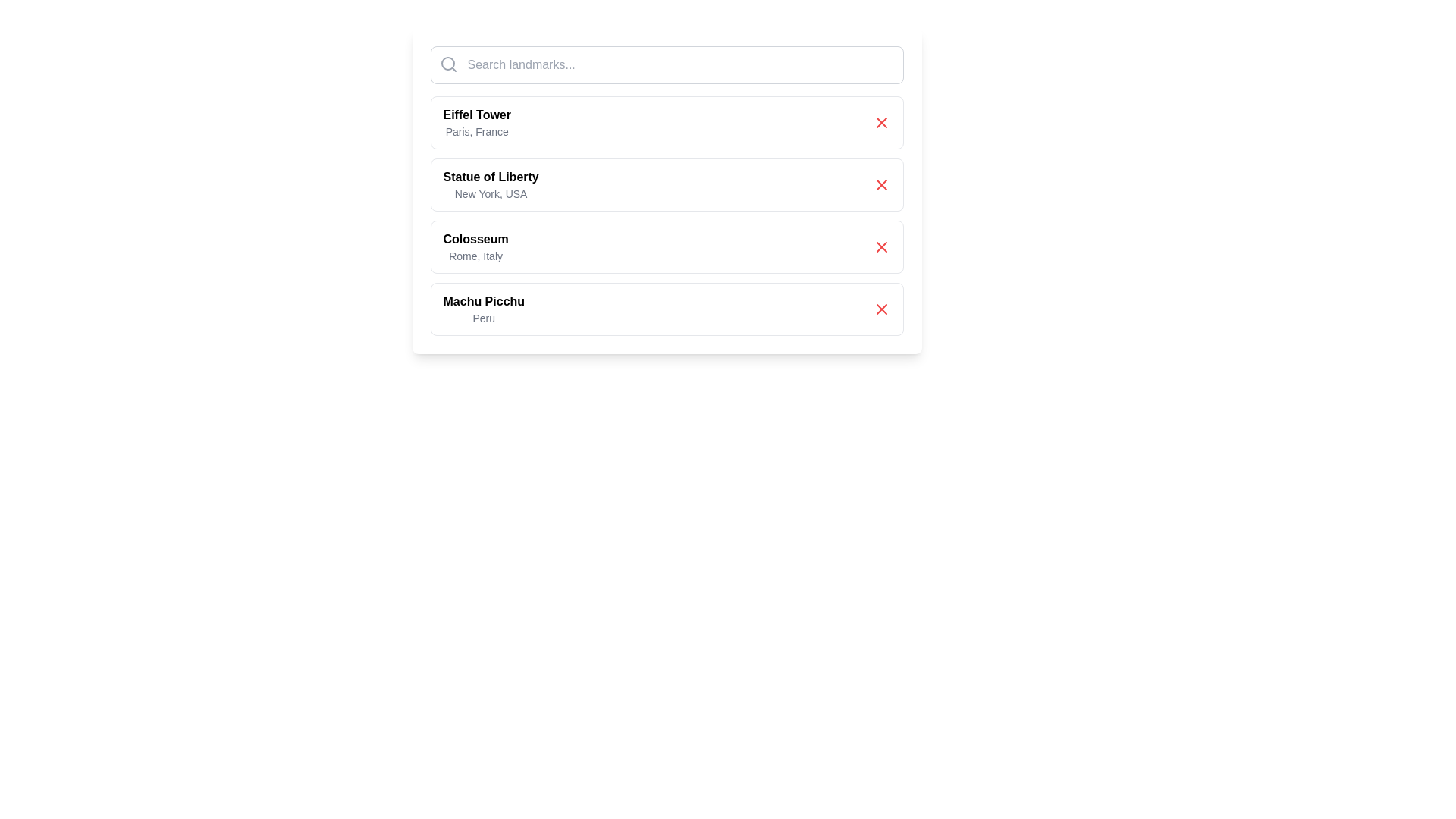 This screenshot has width=1456, height=819. I want to click on the decorative graphic that represents the lens of the magnifying glass, located at the center of the search icon on the left side of the search input area, so click(447, 63).